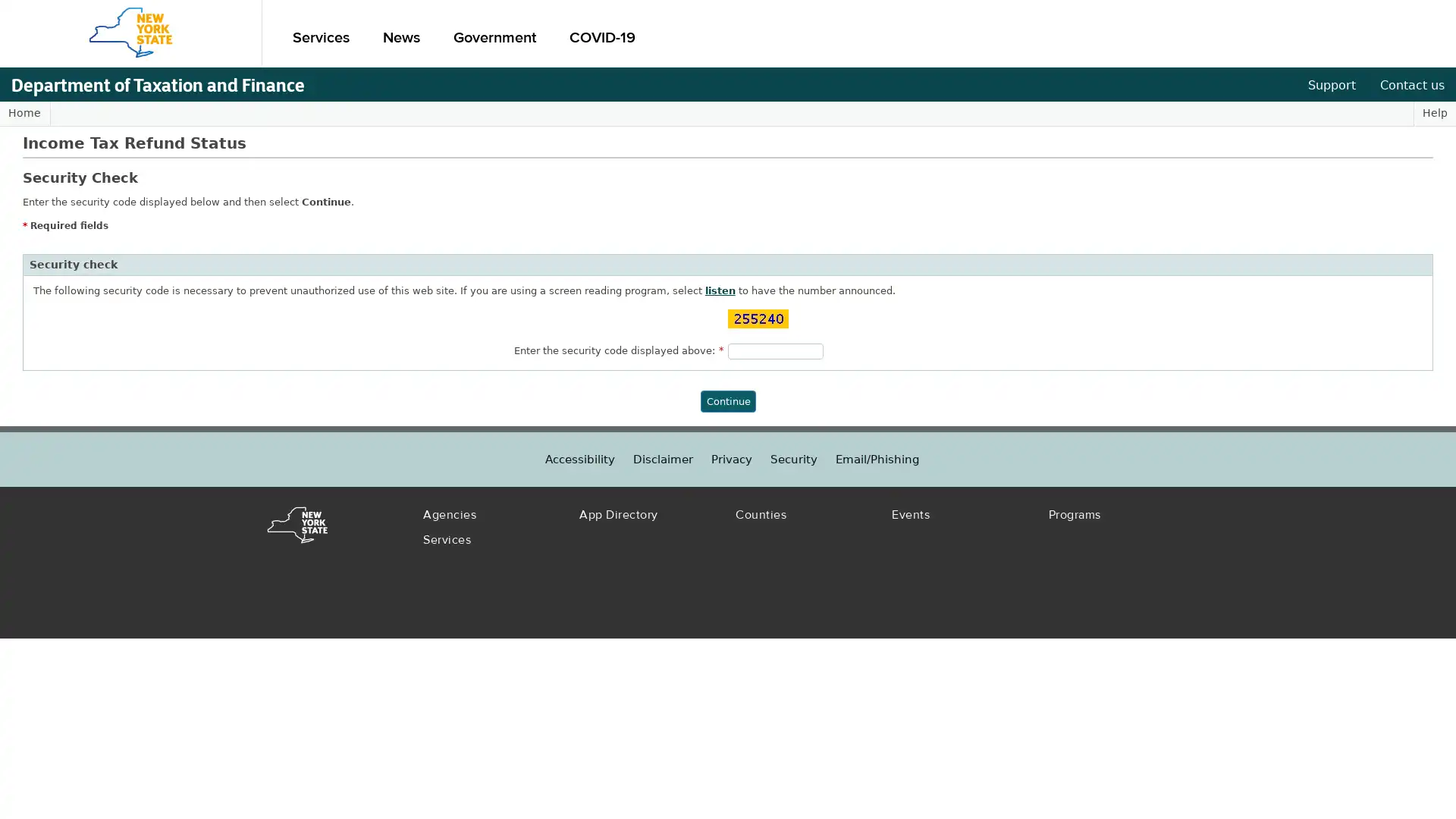  What do you see at coordinates (728, 400) in the screenshot?
I see `Continue` at bounding box center [728, 400].